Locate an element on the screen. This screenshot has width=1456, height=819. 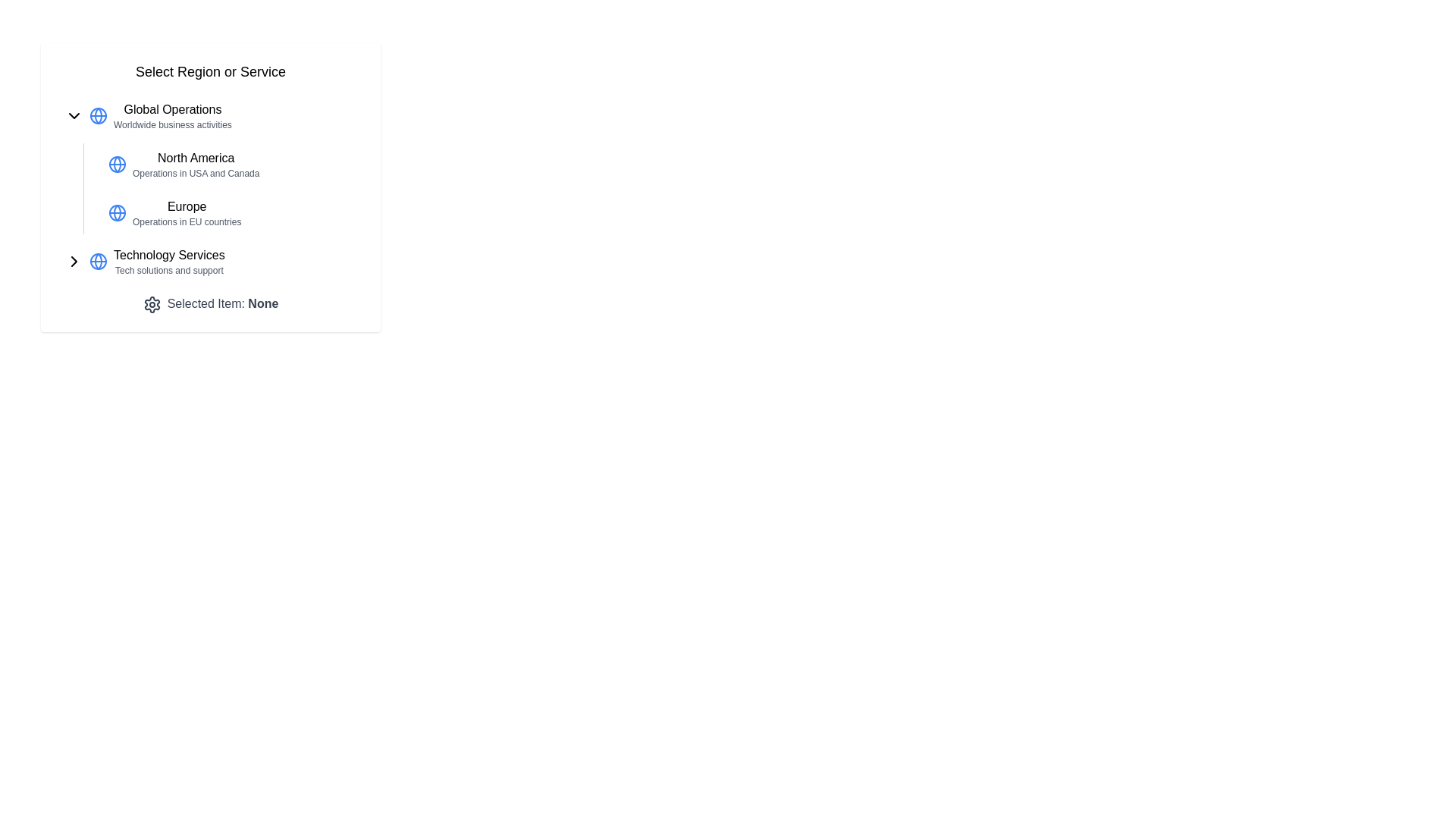
the 'Technology Services' text label, which features 'Technology Services' in a larger, bold font and 'Tech solutions and support' in a smaller, gray font, located below 'Global Operations', 'North America', and 'Europe' is located at coordinates (169, 260).